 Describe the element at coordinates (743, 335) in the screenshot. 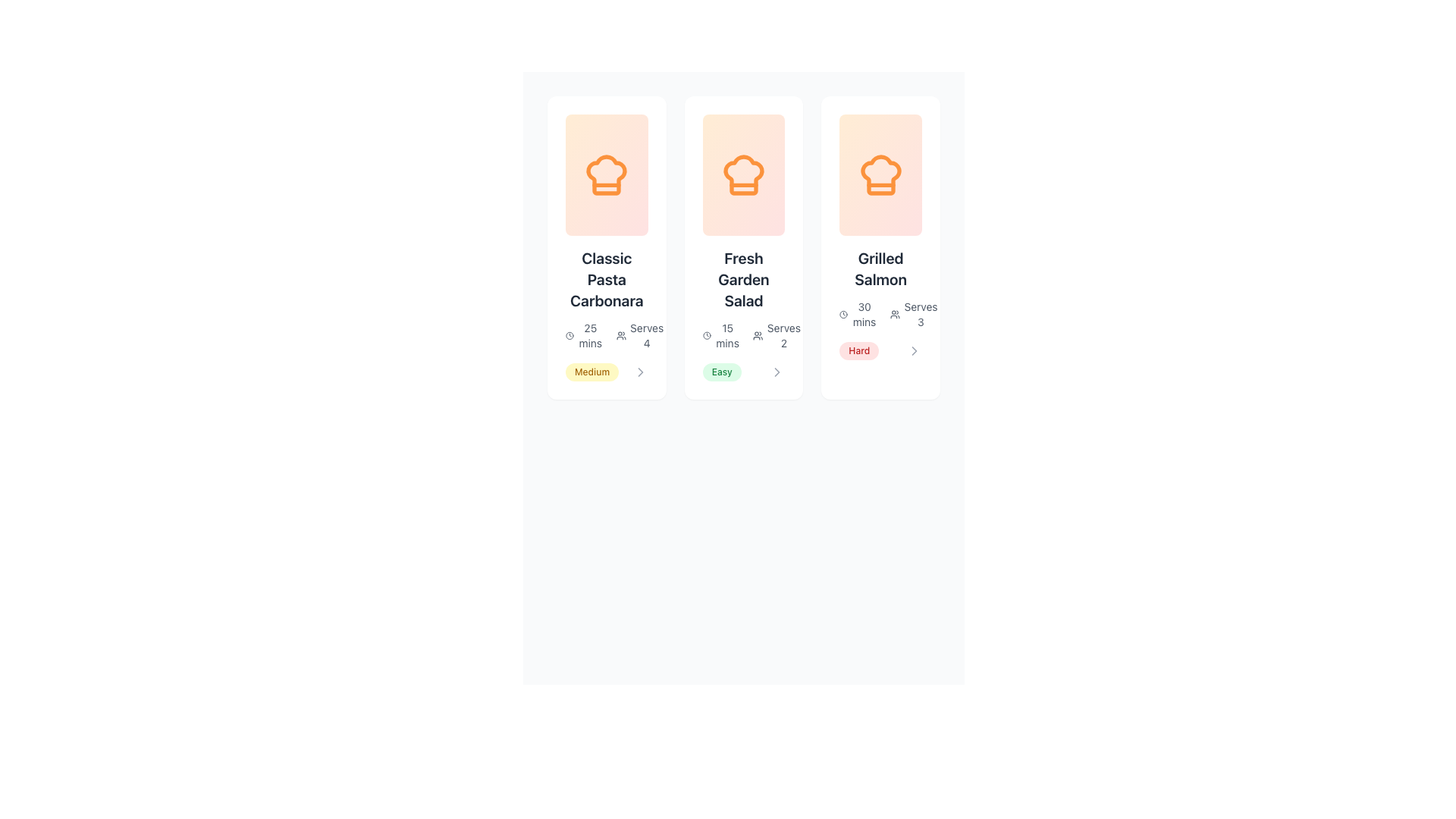

I see `the informational block that displays the estimated preparation time and number of servings for the 'Fresh Garden Salad' recipe` at that location.